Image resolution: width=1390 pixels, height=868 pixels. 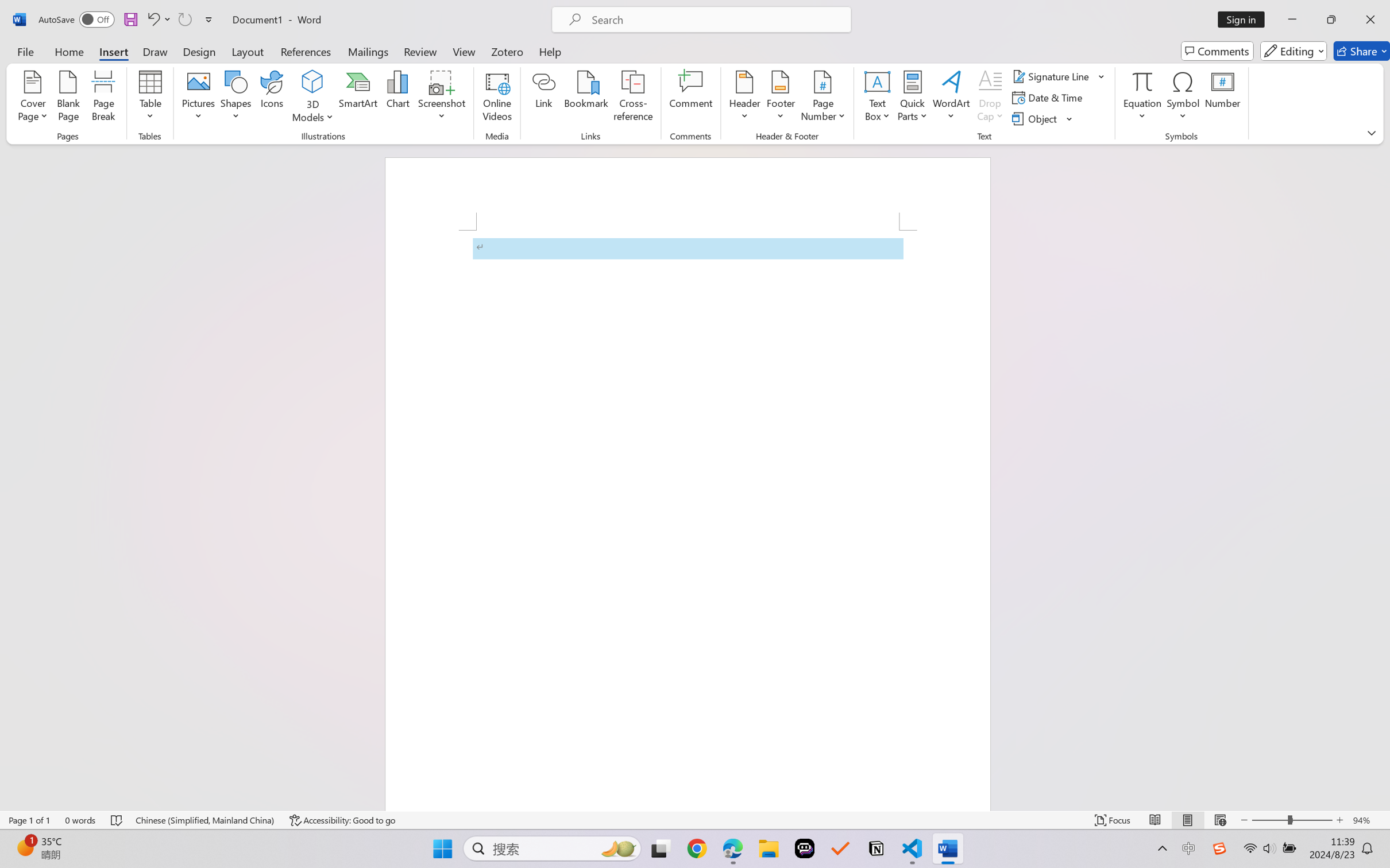 I want to click on 'Signature Line', so click(x=1059, y=75).